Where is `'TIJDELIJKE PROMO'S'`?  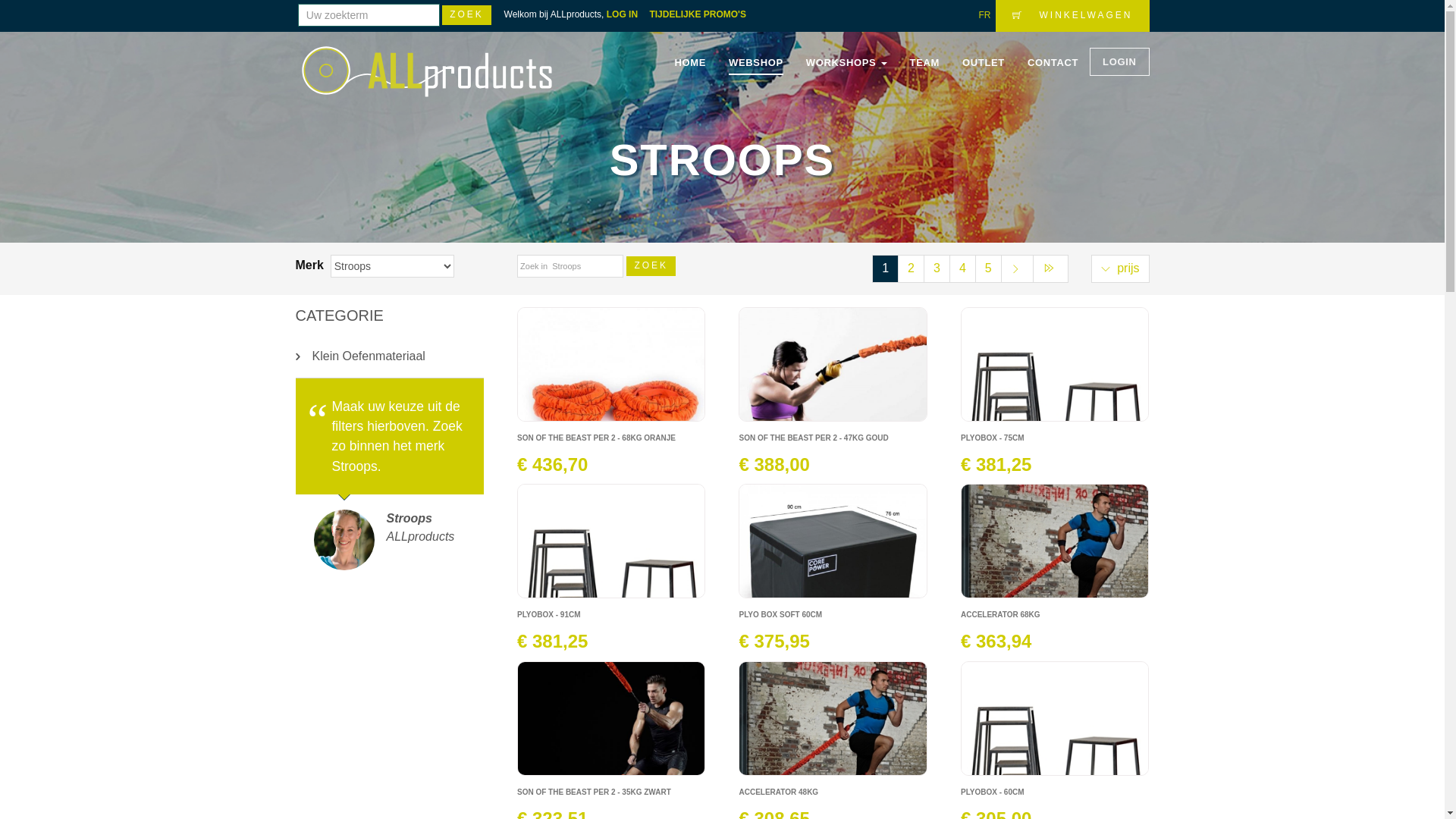
'TIJDELIJKE PROMO'S' is located at coordinates (701, 14).